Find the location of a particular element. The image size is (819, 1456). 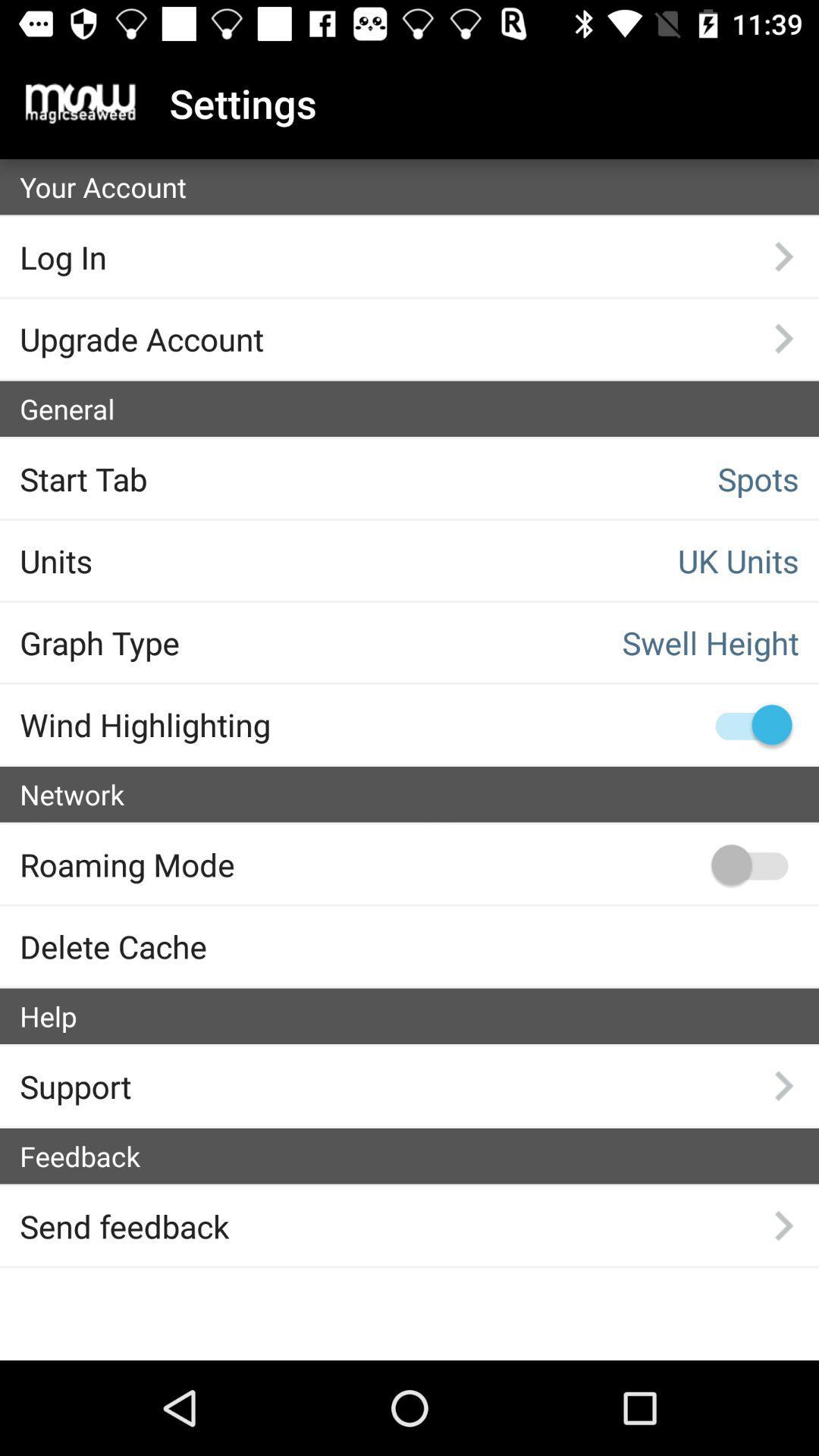

the button which is above the support is located at coordinates (419, 1016).